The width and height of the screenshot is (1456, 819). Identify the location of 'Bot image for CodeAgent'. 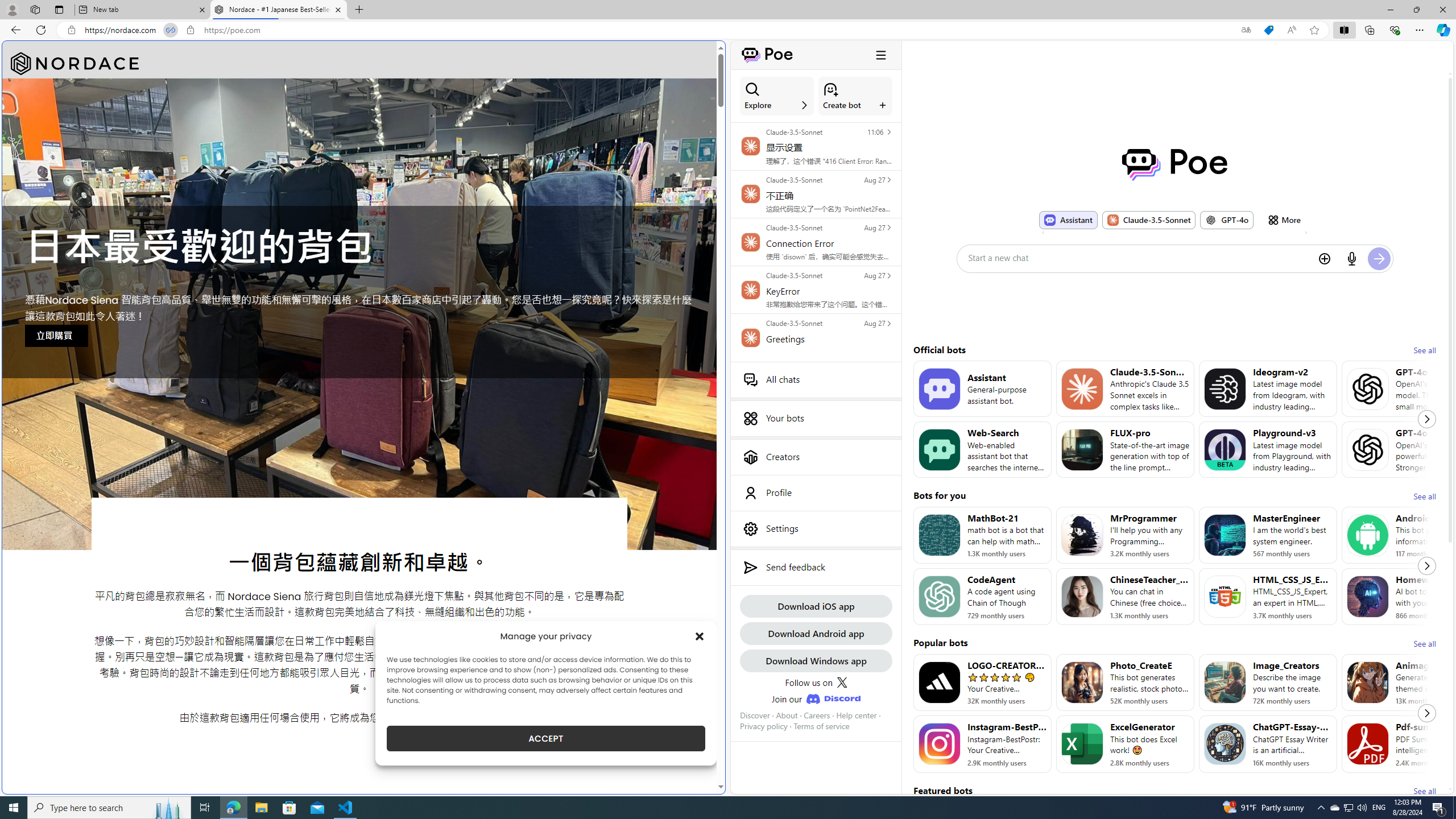
(938, 597).